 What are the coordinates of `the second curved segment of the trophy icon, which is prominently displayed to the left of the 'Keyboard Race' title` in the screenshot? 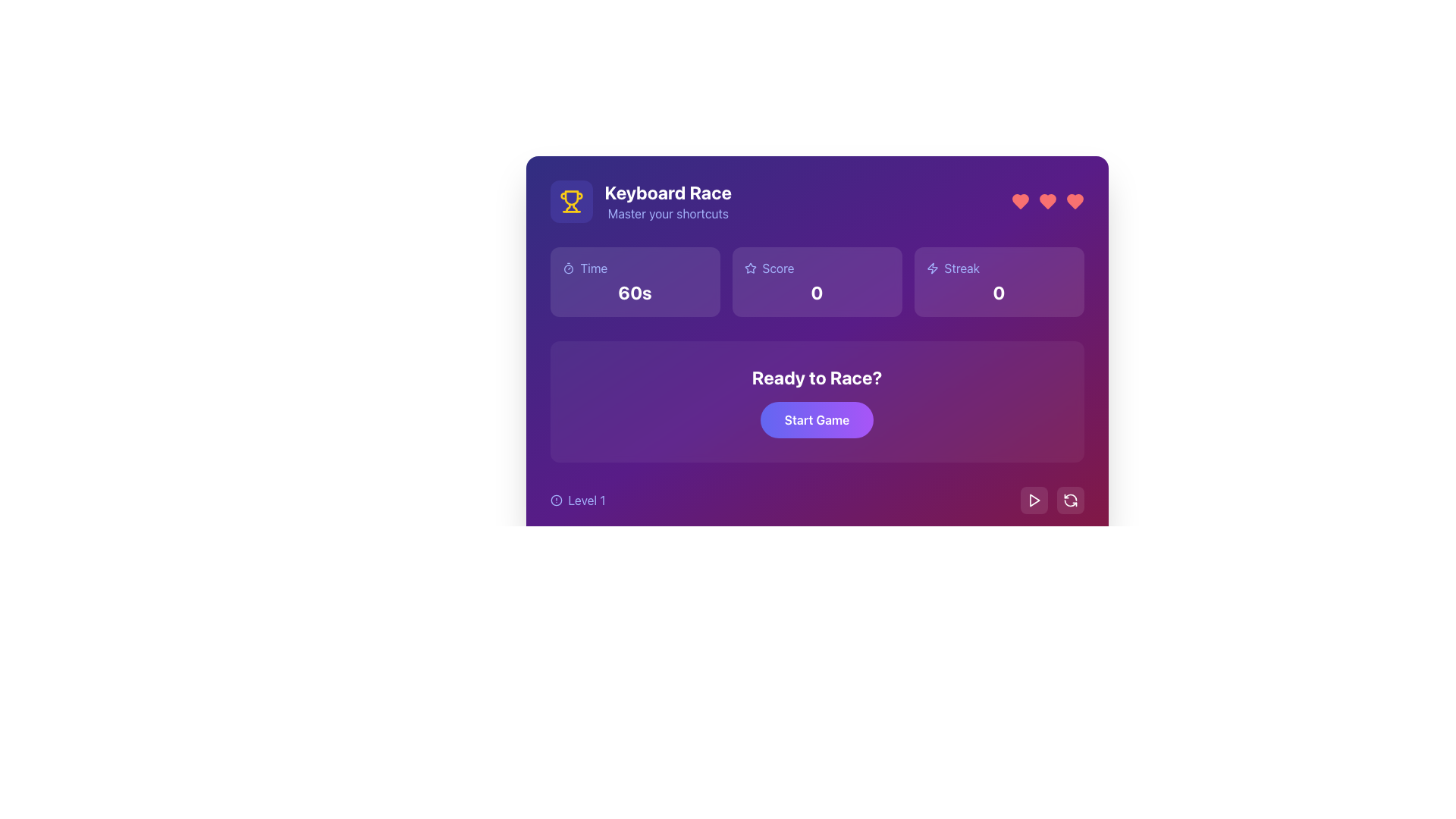 It's located at (566, 208).